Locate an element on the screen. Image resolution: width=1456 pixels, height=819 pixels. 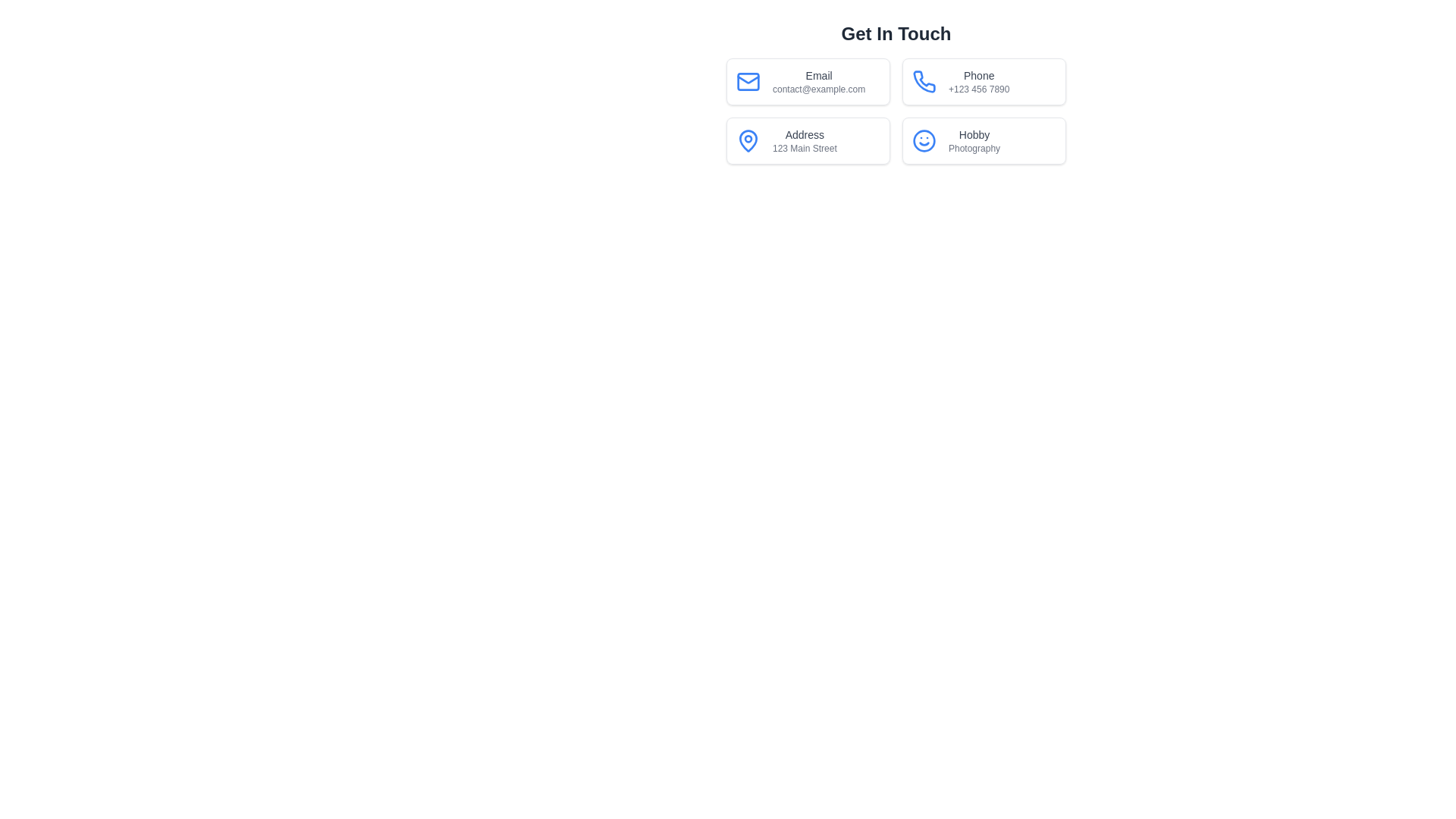
the blue map pin icon located in the 'Address' section of the contact information grid, positioned to the left of the text 'Address' and '123 Main Street' is located at coordinates (748, 140).